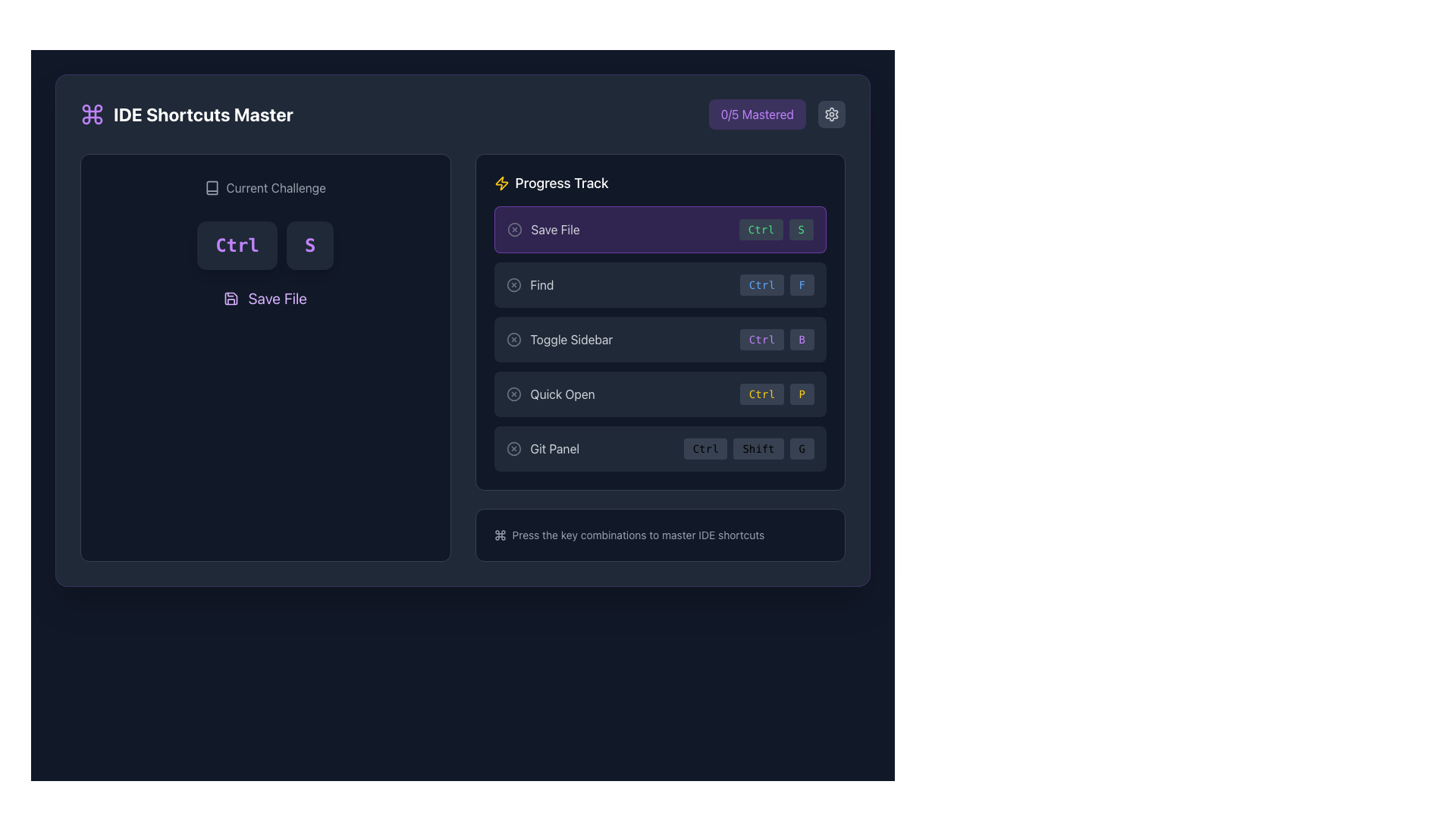  What do you see at coordinates (704, 447) in the screenshot?
I see `the static label indicating the 'Ctrl' key in the 'Git Panel' section, which is located in the bottom row of the 'Progress Track' section` at bounding box center [704, 447].